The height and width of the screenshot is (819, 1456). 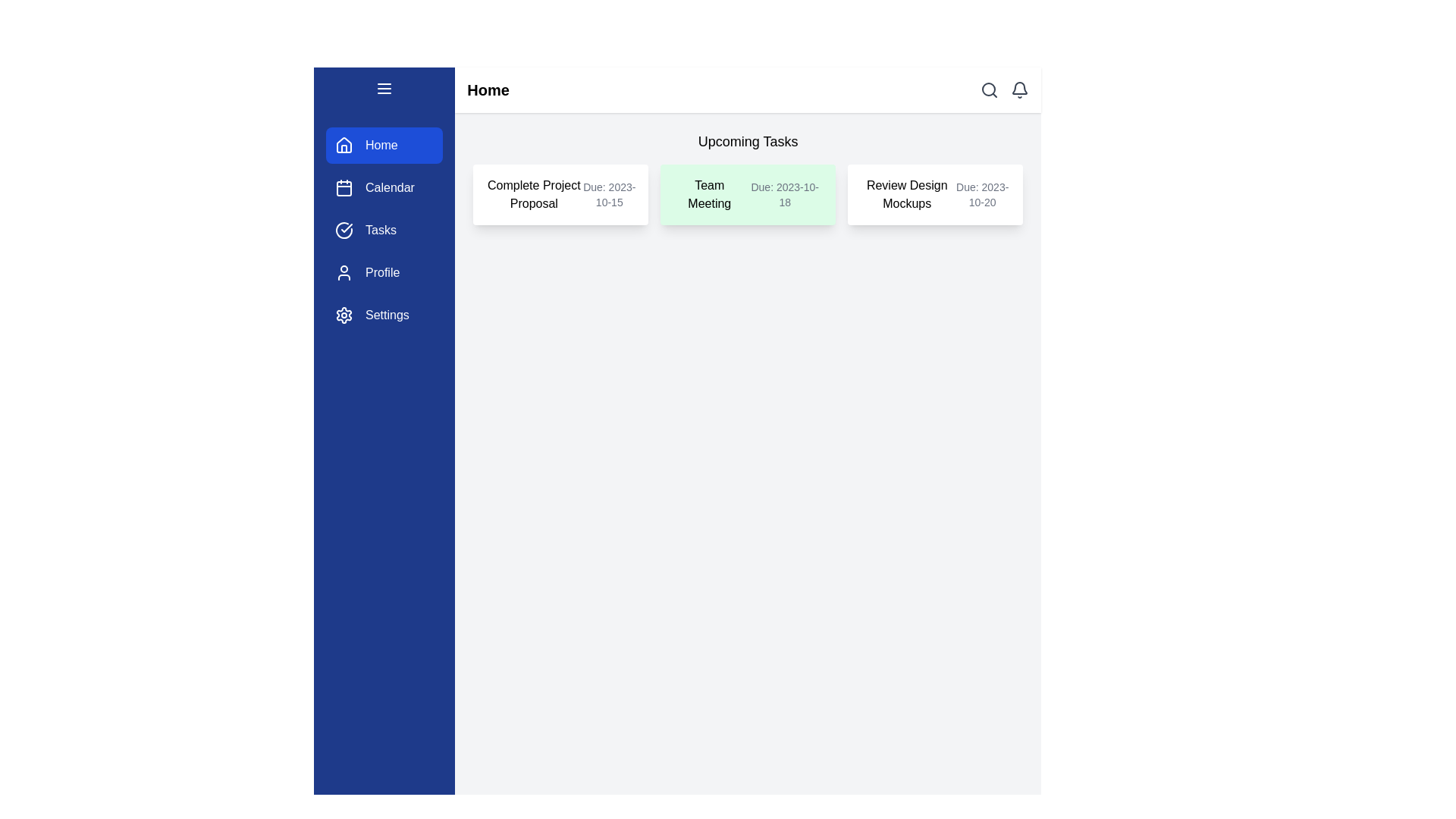 What do you see at coordinates (384, 231) in the screenshot?
I see `the 'Tasks' navigation menu item, which is the third entry in the vertical navigation list on the left sidebar, featuring a circular icon with a checkmark and white text on a blue background` at bounding box center [384, 231].